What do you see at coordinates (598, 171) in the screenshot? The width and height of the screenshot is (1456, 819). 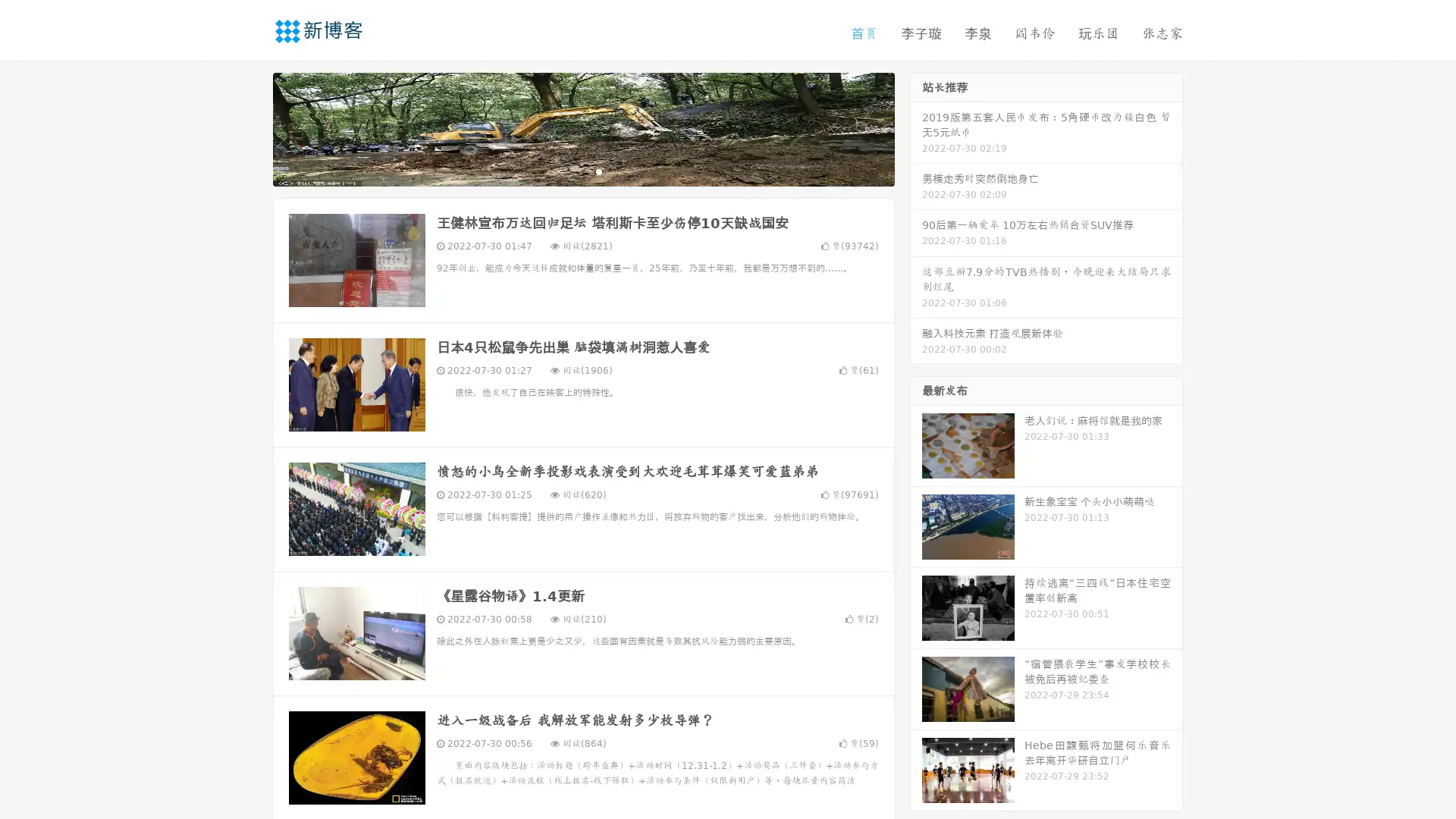 I see `Go to slide 3` at bounding box center [598, 171].